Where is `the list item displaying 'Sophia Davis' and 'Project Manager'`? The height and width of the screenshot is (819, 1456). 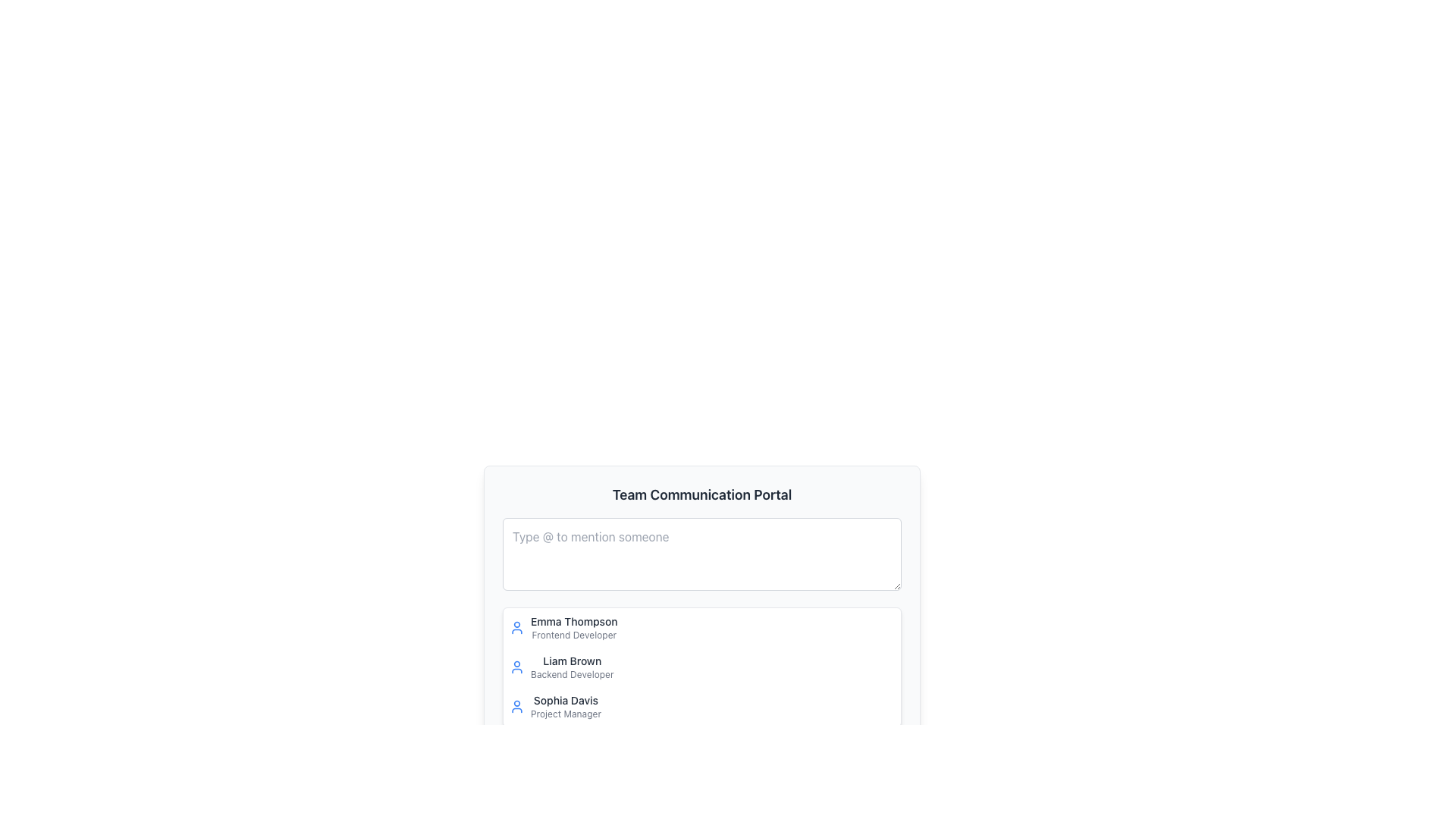 the list item displaying 'Sophia Davis' and 'Project Manager' is located at coordinates (701, 707).